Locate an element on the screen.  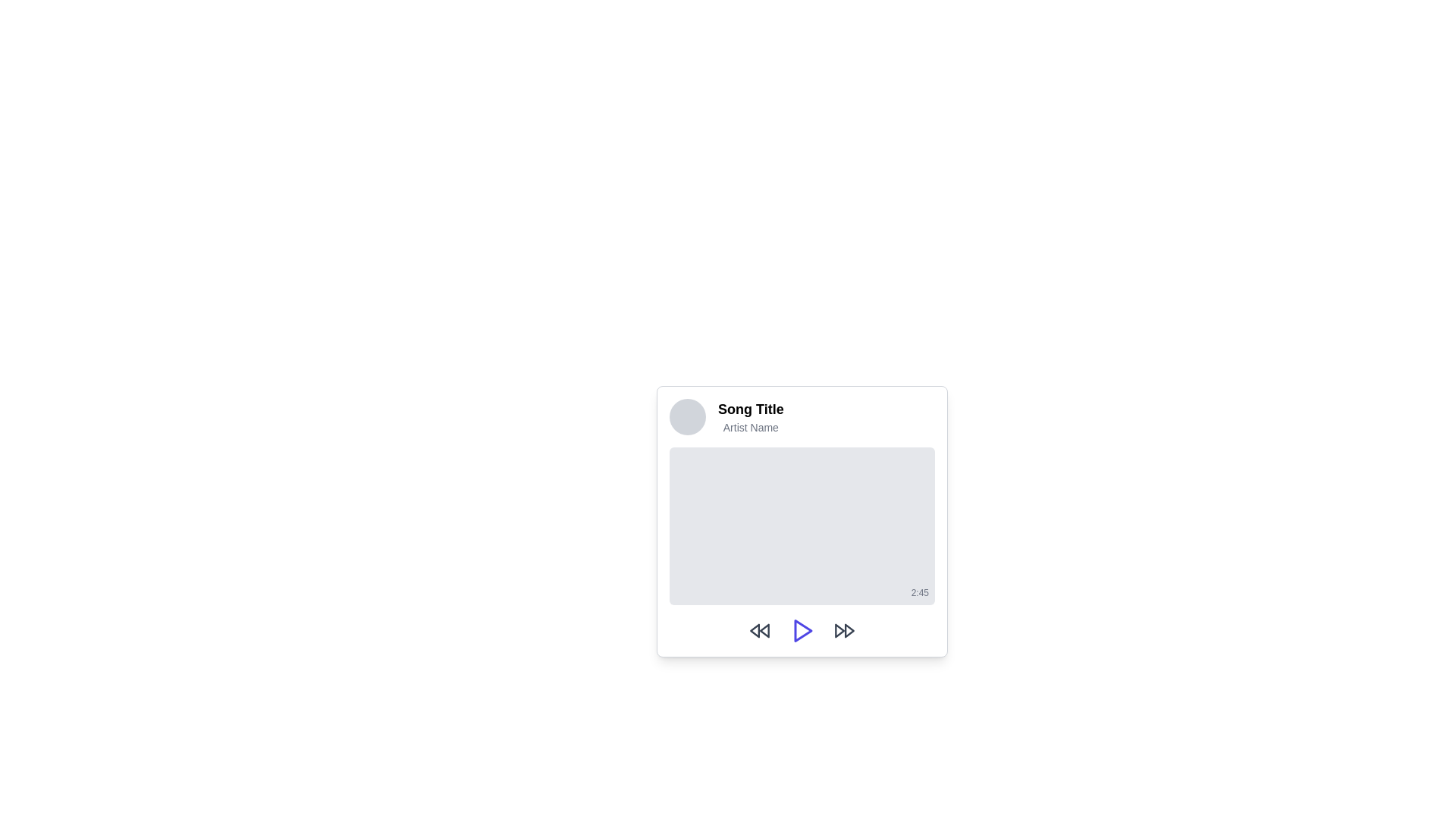
the fast-forward icon button, which is a dark gray icon composed of two overlapping triangles pointing to the right is located at coordinates (843, 631).